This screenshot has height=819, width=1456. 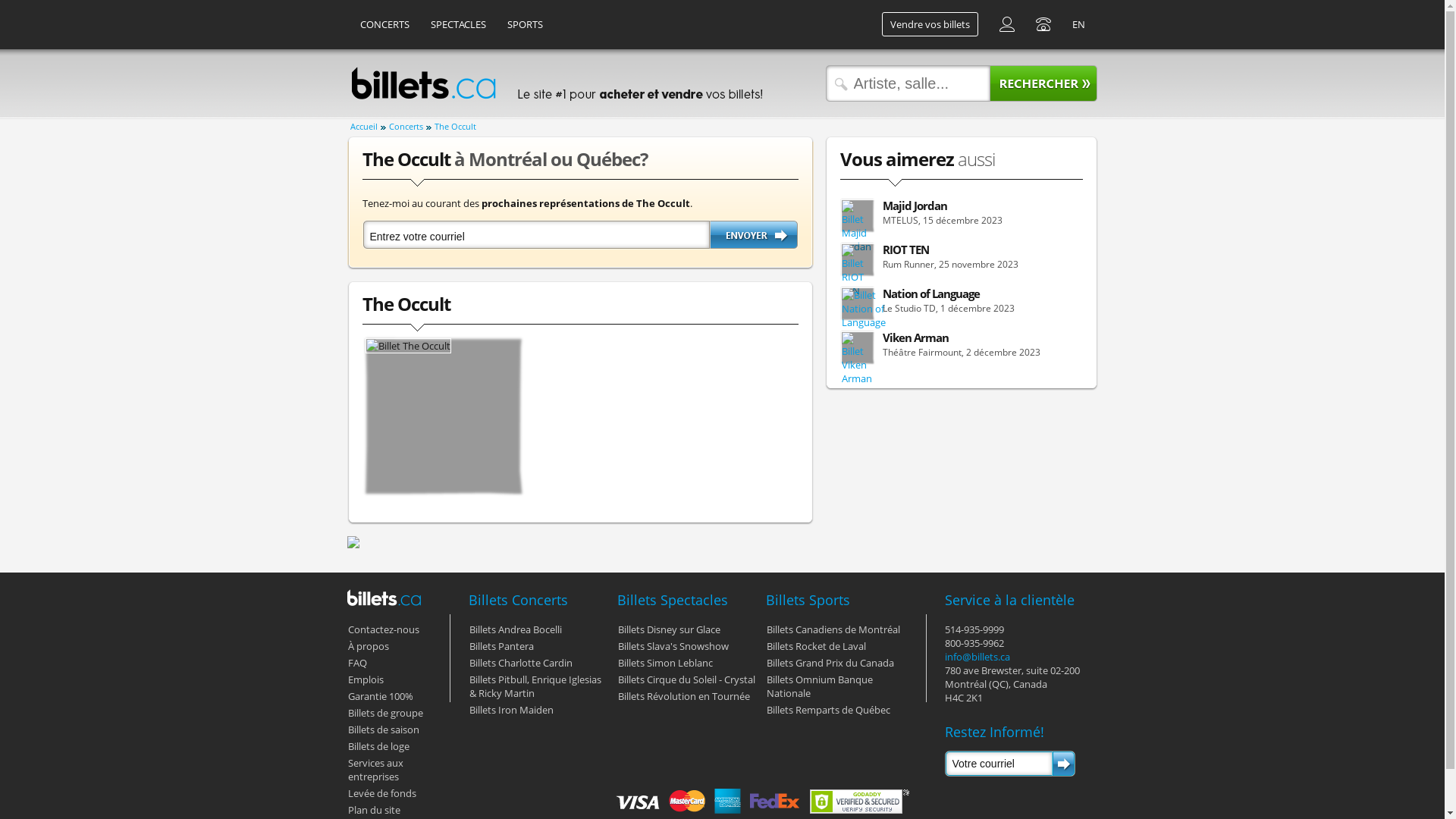 What do you see at coordinates (814, 646) in the screenshot?
I see `'Billets Rocket de Laval'` at bounding box center [814, 646].